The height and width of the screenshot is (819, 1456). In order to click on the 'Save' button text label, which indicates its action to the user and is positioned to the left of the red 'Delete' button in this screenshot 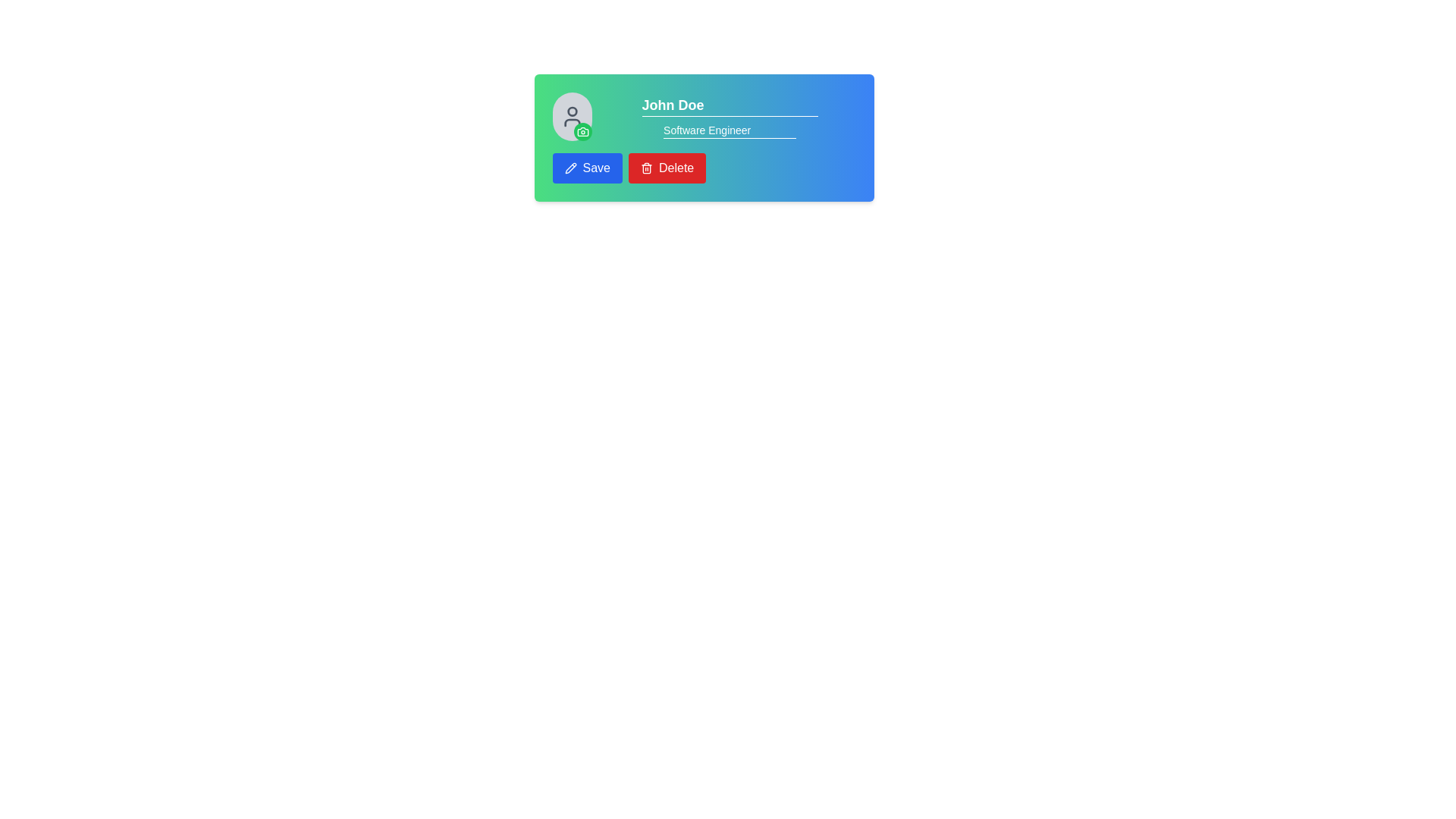, I will do `click(595, 168)`.